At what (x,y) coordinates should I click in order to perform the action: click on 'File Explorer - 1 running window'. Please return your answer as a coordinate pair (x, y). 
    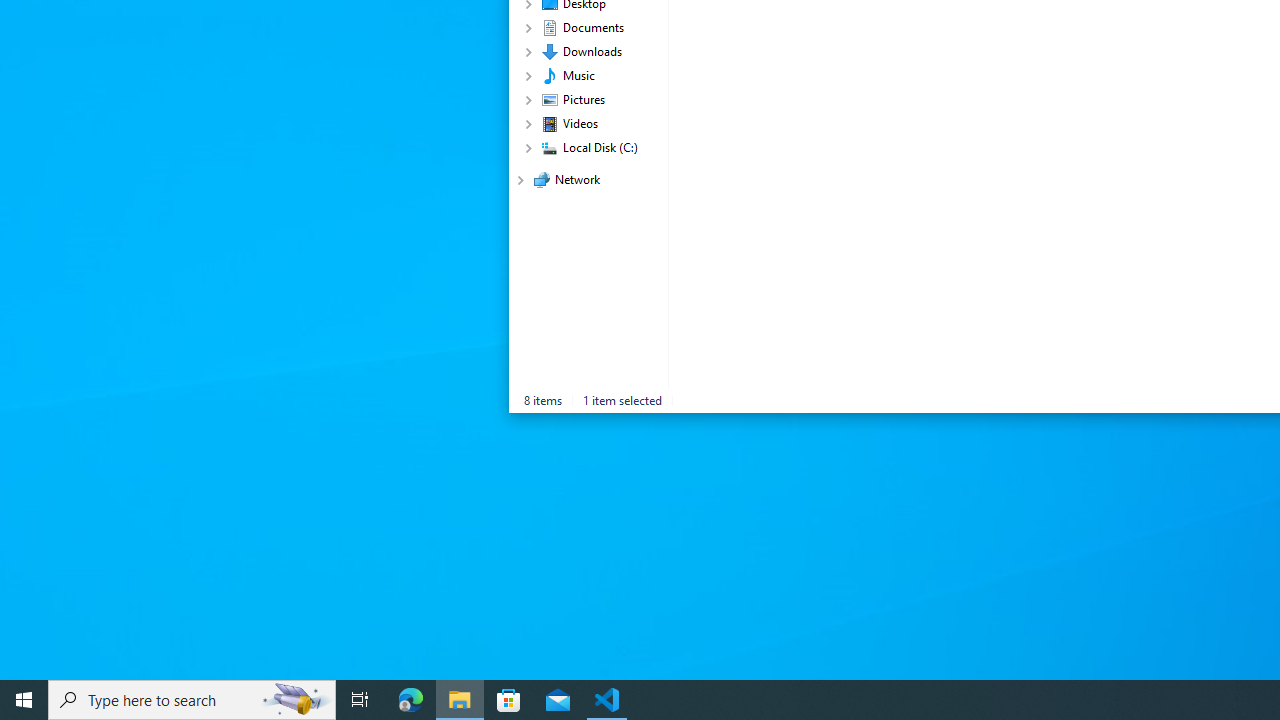
    Looking at the image, I should click on (459, 698).